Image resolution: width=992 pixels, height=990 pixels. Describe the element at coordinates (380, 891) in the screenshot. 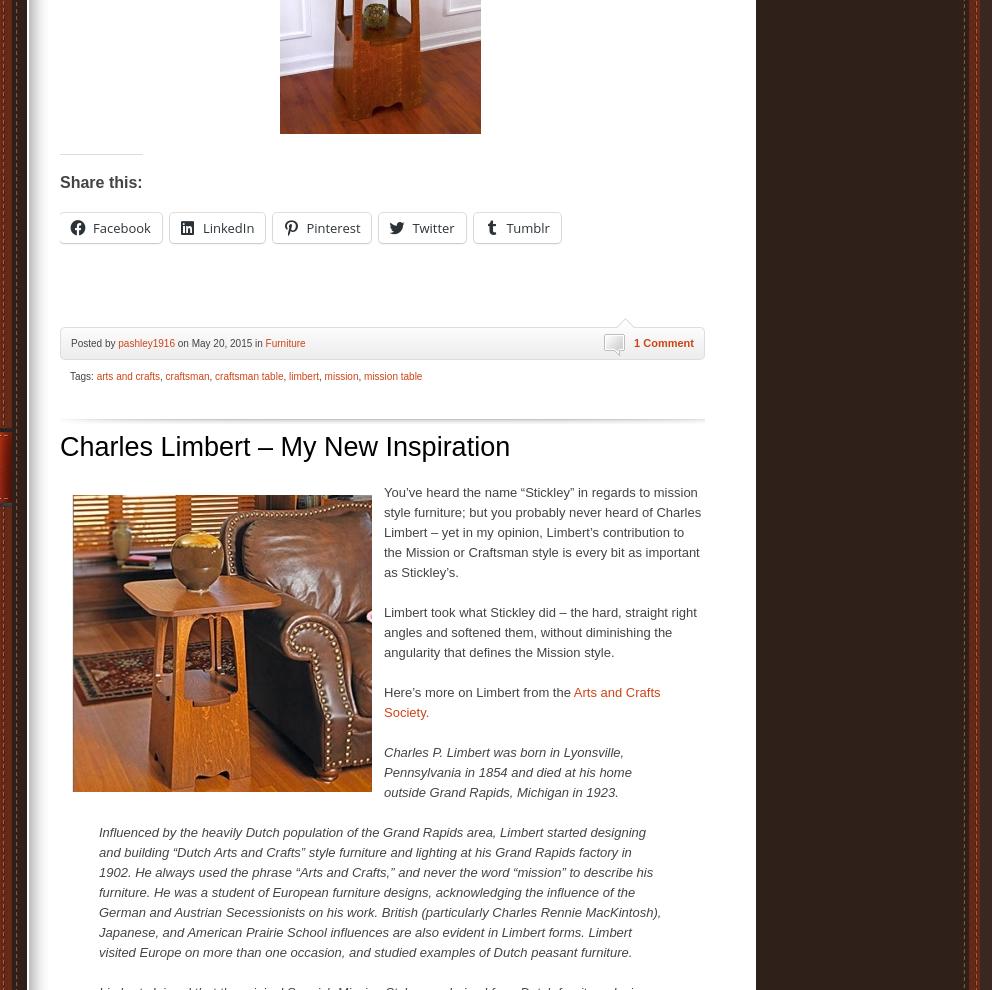

I see `'Influenced by the heavily Dutch population of the Grand Rapids area, Limbert started designing and building “Dutch Arts and Crafts” style furniture and lighting at his Grand Rapids factory in 1902. He always used the phrase “Arts and Crafts,” and never the word “mission” to describe his furniture. He was a student of European furniture designs, acknowledging the influence of the German and Austrian Secessionists on his work. British (particularly Charles Rennie MacKintosh), Japanese, and American Prairie School influences are also evident in Limbert forms. Limbert visited Europe on more than one occasion, and studied examples of Dutch peasant furniture.'` at that location.